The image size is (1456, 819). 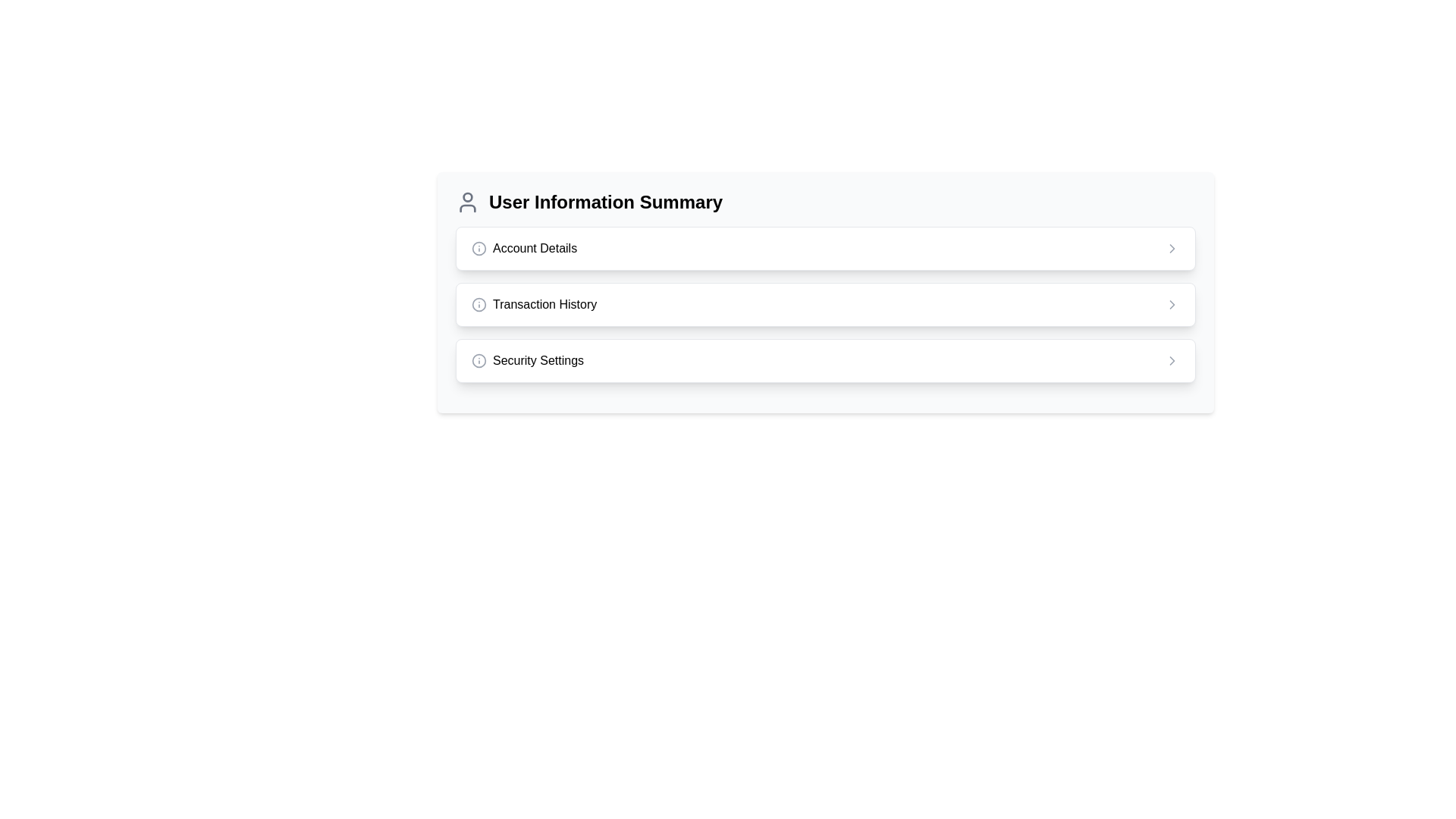 I want to click on the chevron icon located at the right end of the 'Transaction History' section, so click(x=1171, y=304).